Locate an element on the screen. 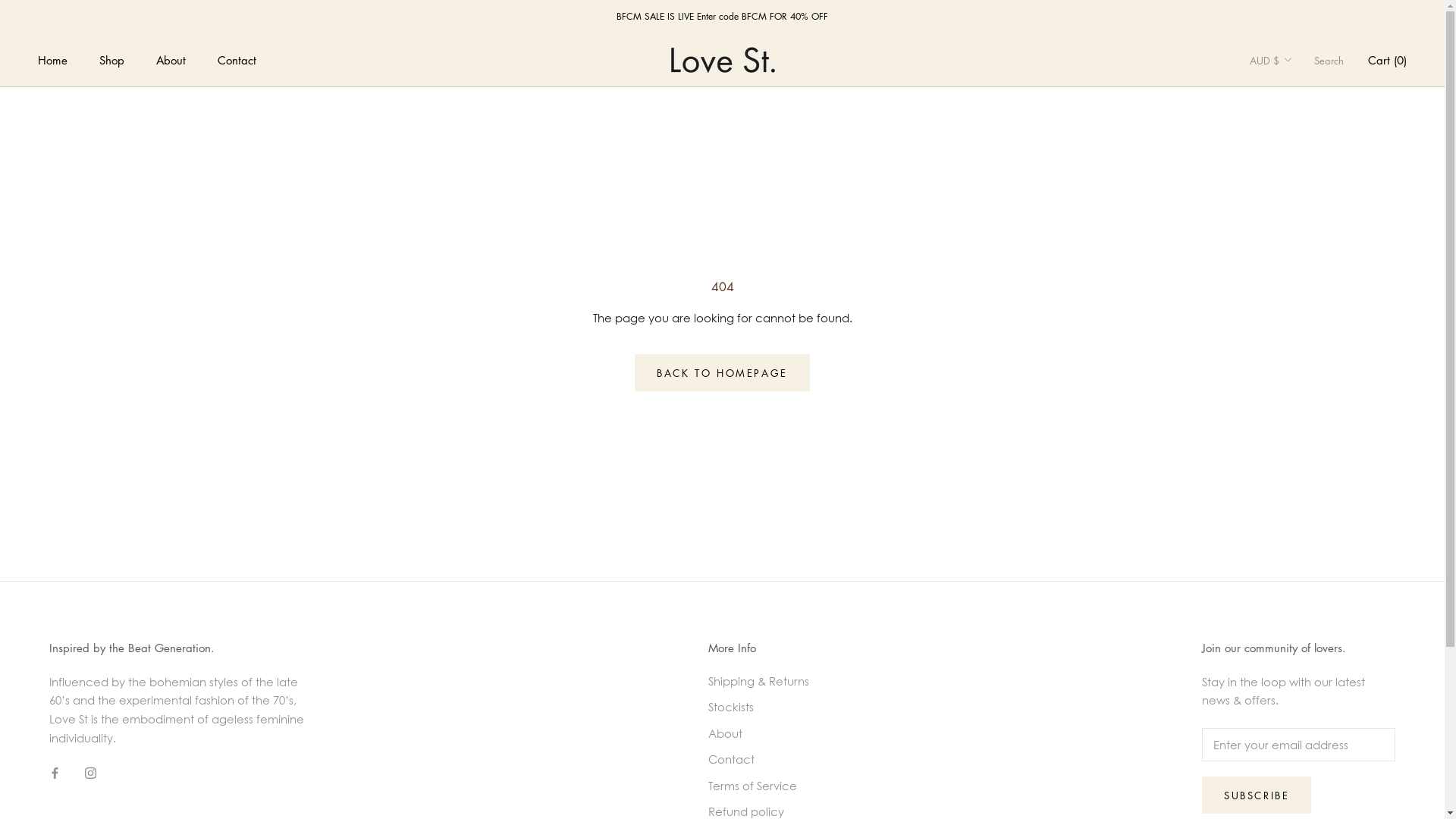 This screenshot has width=1456, height=819. 'About' is located at coordinates (708, 733).